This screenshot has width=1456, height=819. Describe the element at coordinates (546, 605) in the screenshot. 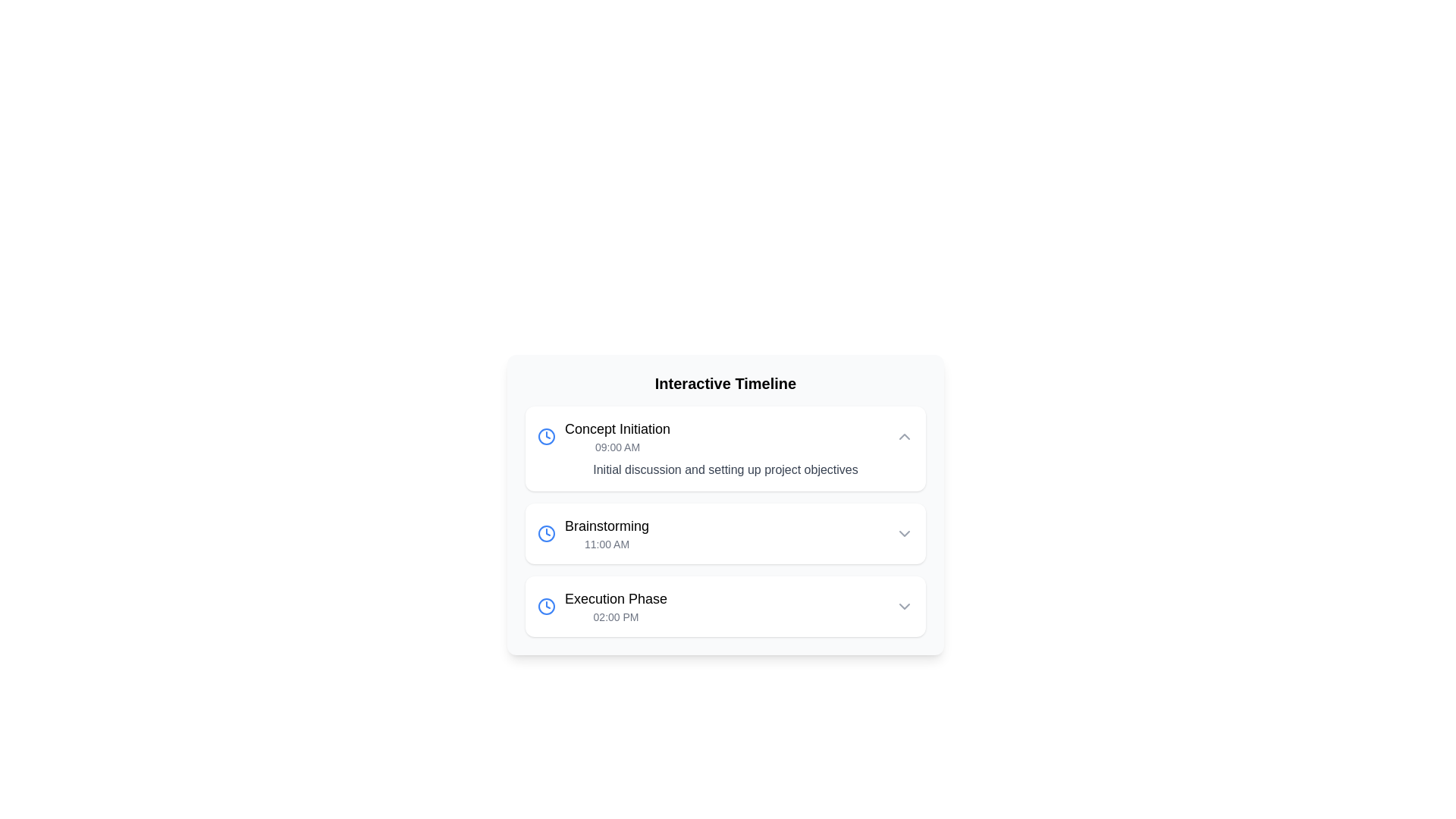

I see `the small blue clock icon representing the 'Execution Phase' in the interactive timeline interface if it has interactive behavior` at that location.